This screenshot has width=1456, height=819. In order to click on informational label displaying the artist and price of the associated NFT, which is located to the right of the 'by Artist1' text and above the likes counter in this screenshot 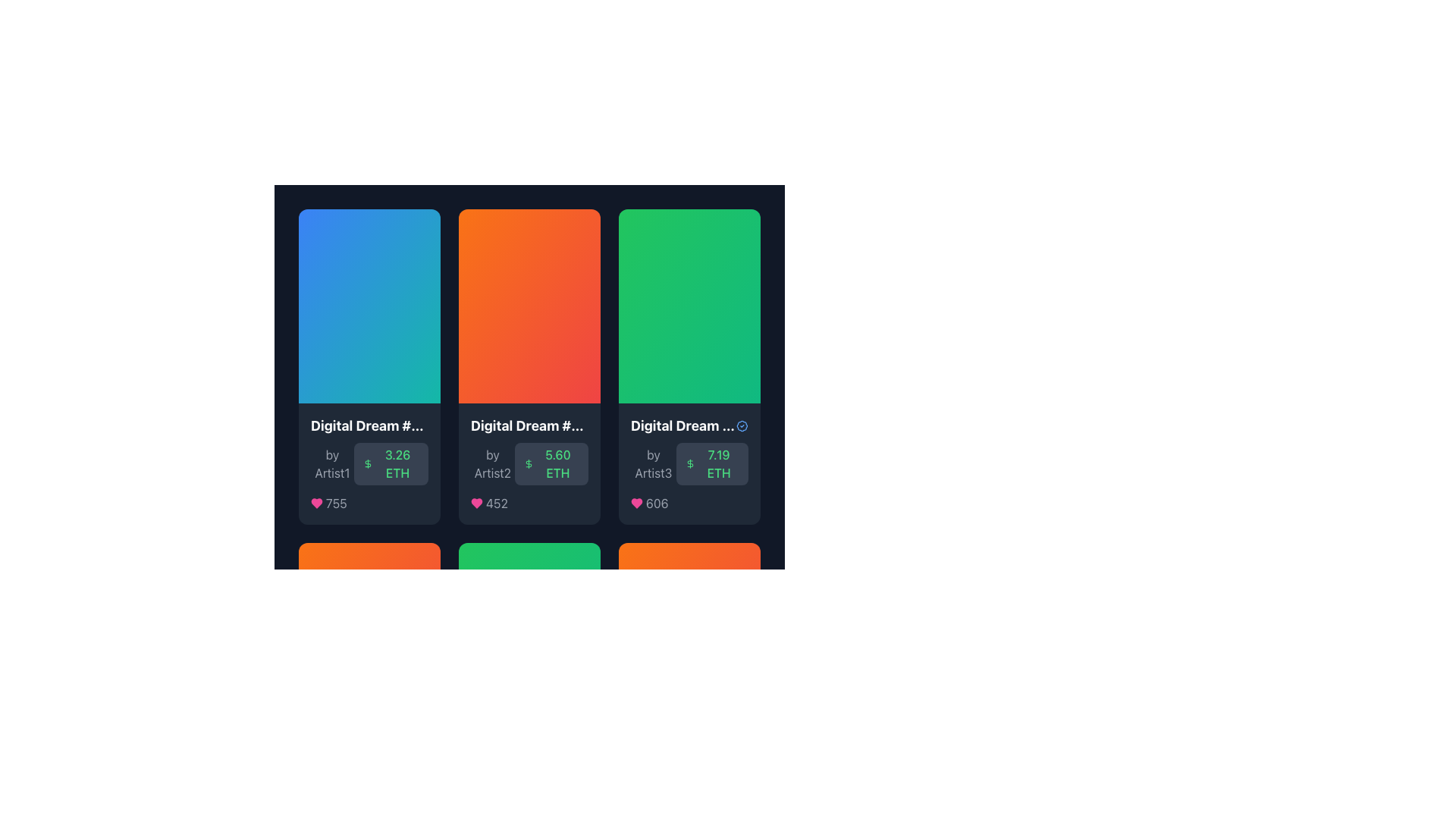, I will do `click(369, 463)`.